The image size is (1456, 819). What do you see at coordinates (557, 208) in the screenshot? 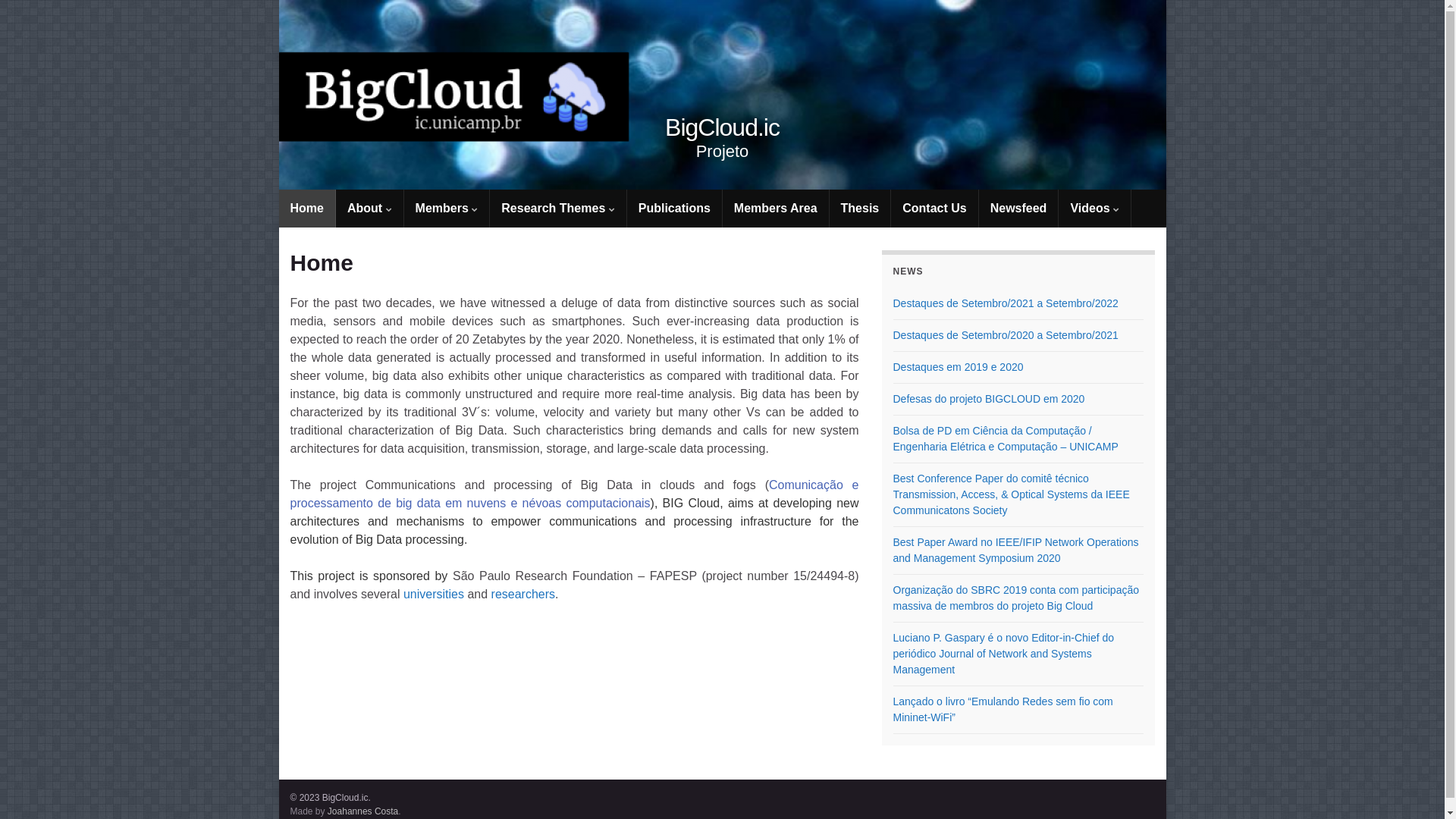
I see `'Research Themes'` at bounding box center [557, 208].